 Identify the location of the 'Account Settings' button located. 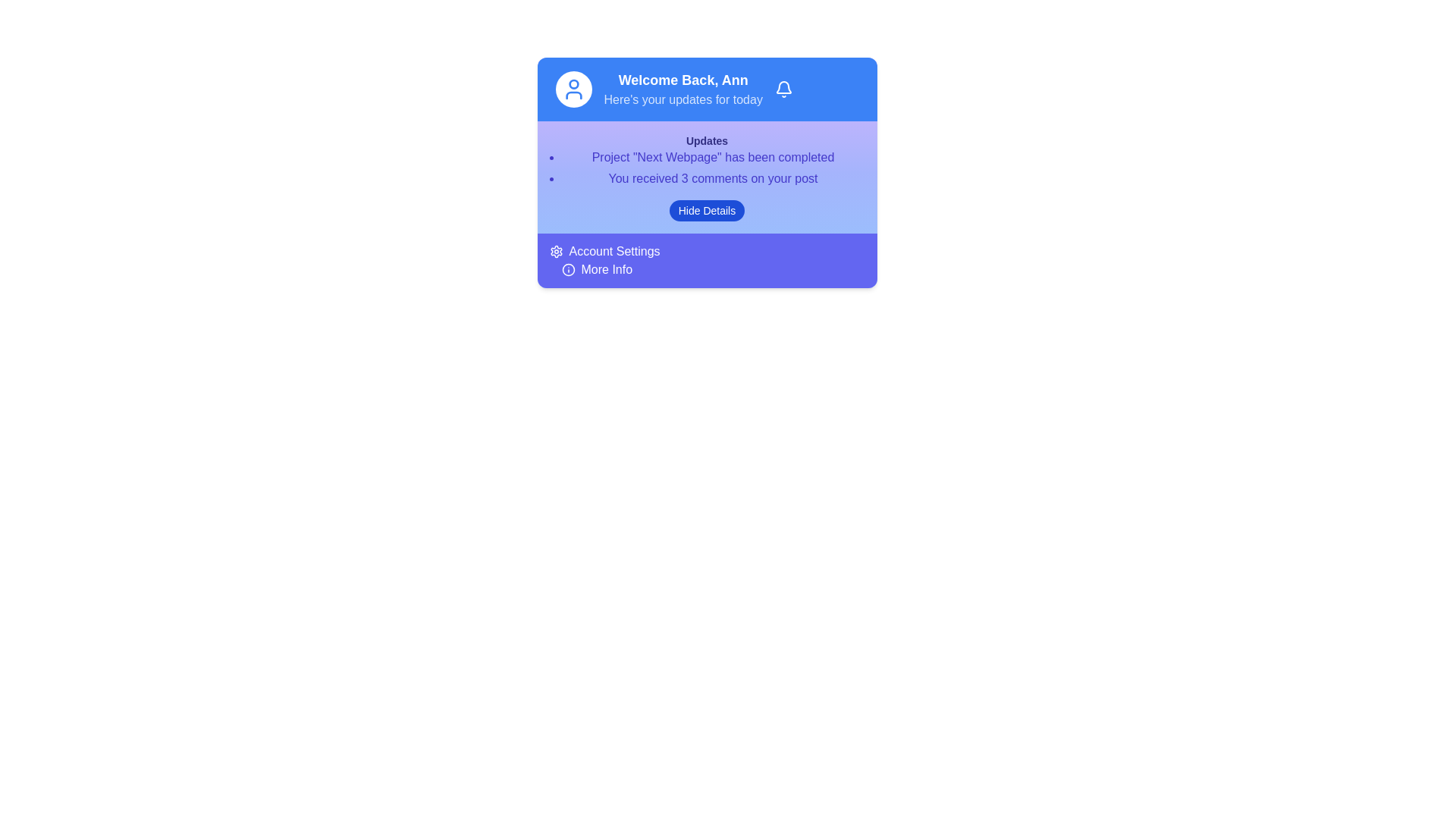
(604, 250).